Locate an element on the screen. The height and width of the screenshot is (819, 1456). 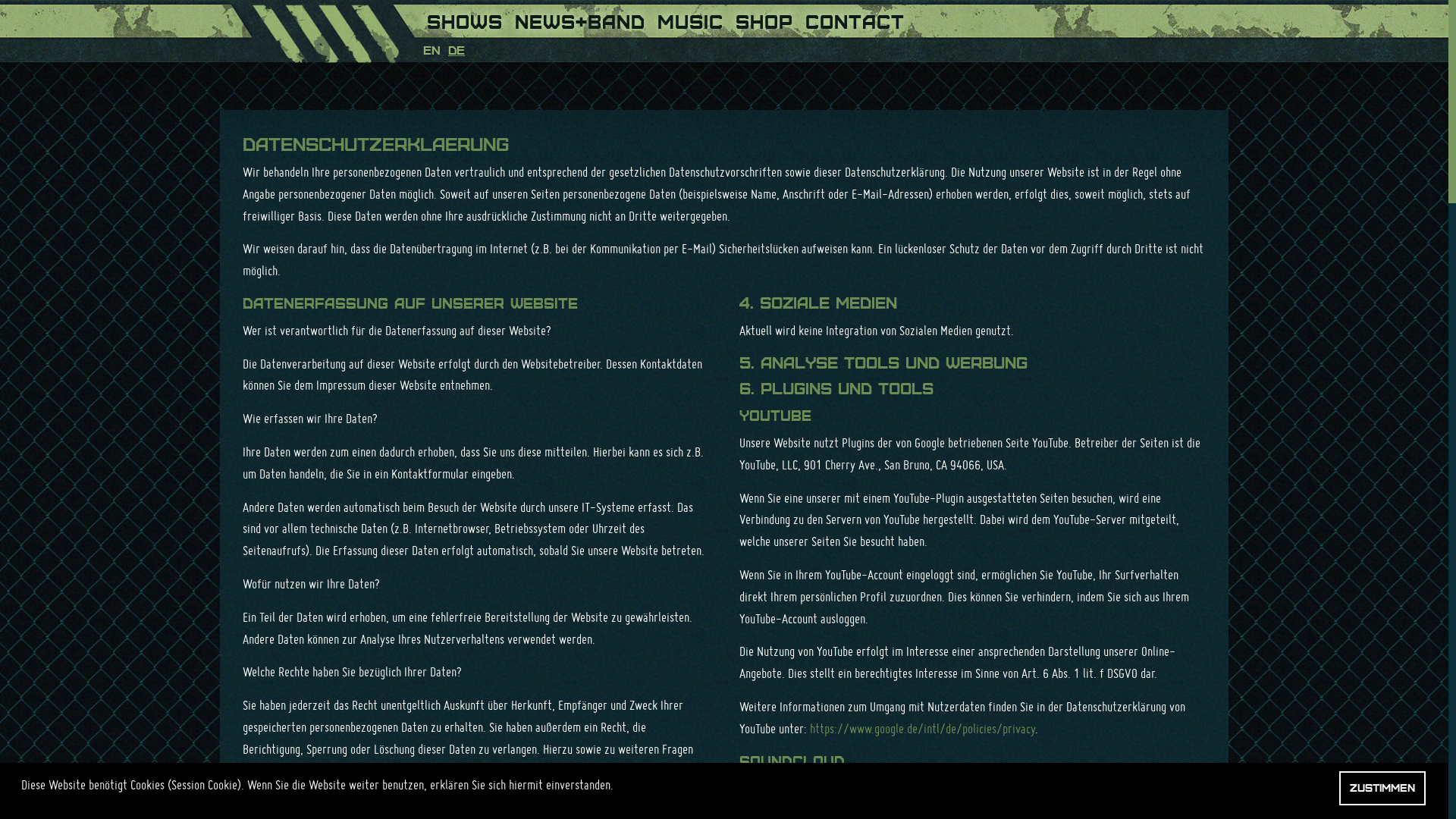
'SHOWS' is located at coordinates (464, 18).